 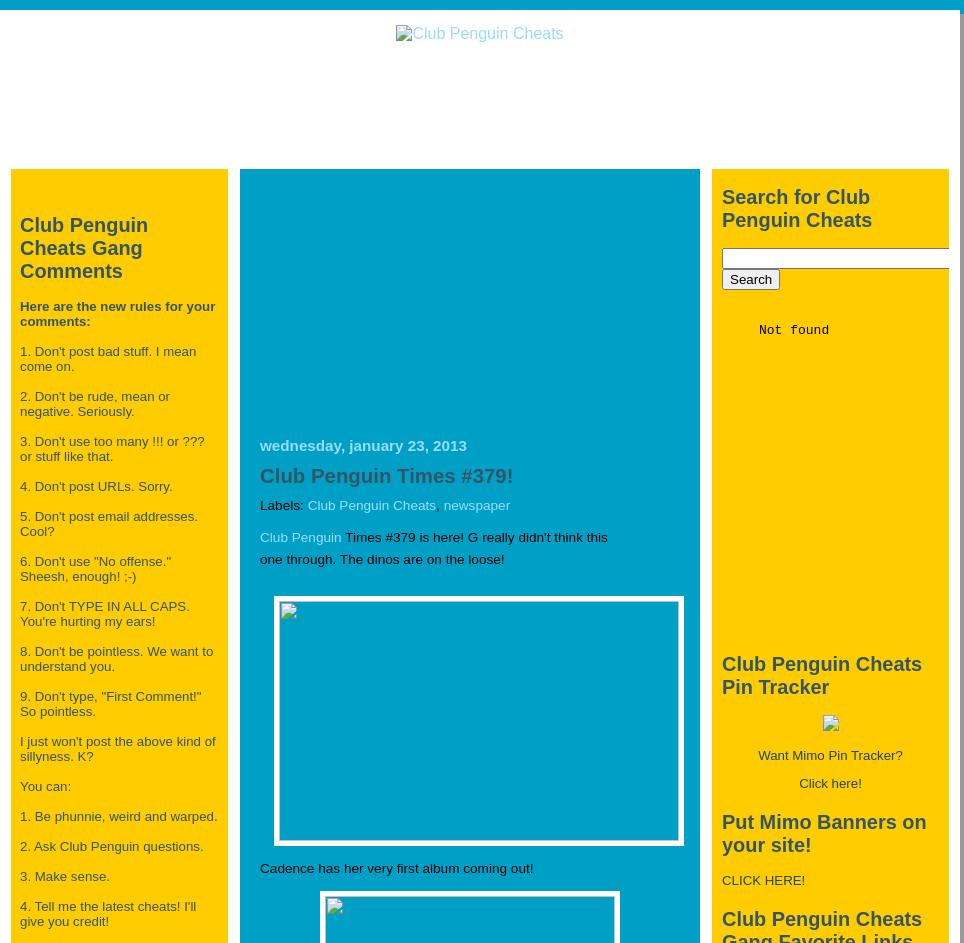 I want to click on 'You can:', so click(x=18, y=786).